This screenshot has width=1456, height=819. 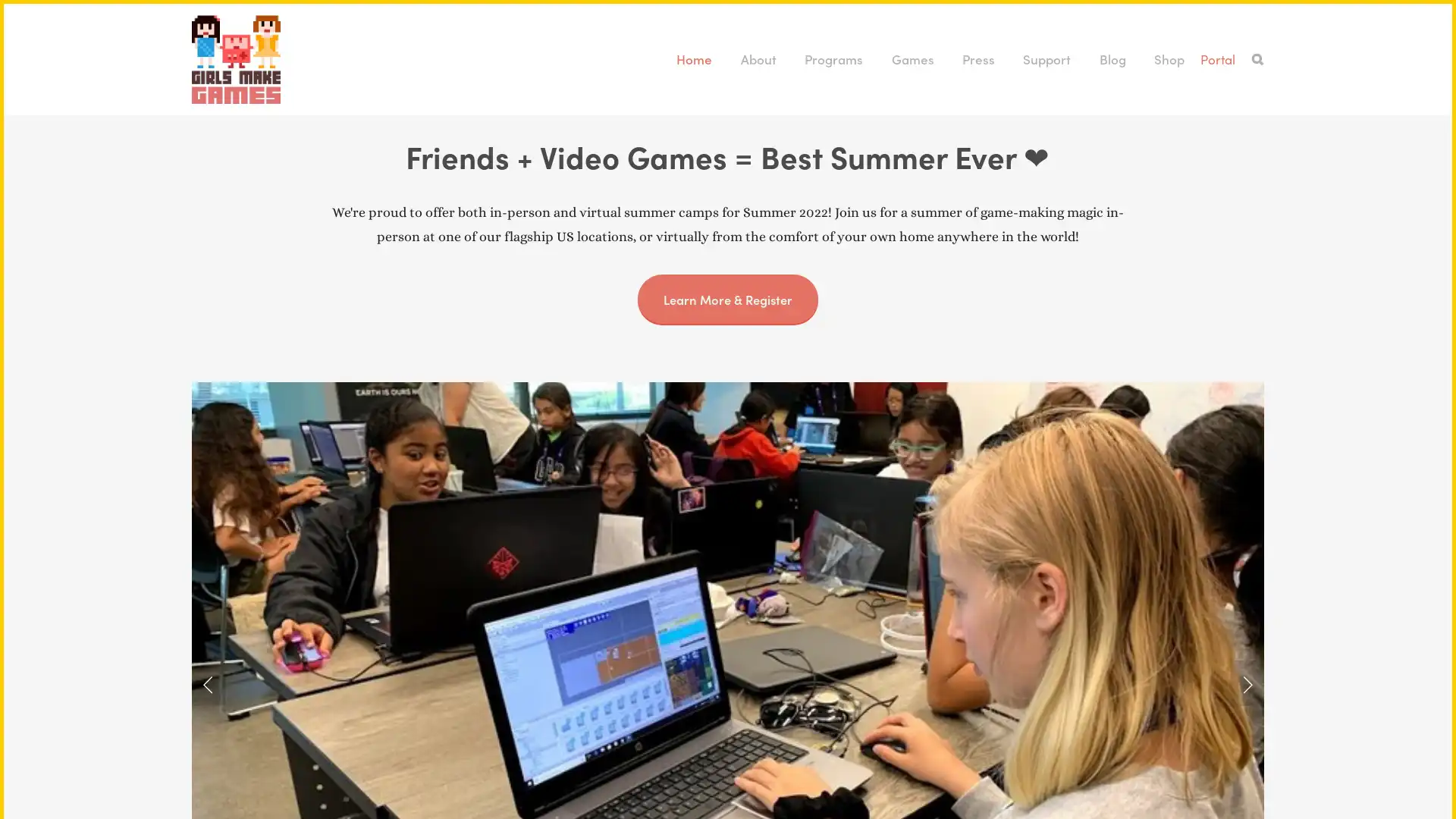 I want to click on Next Slide, so click(x=1247, y=683).